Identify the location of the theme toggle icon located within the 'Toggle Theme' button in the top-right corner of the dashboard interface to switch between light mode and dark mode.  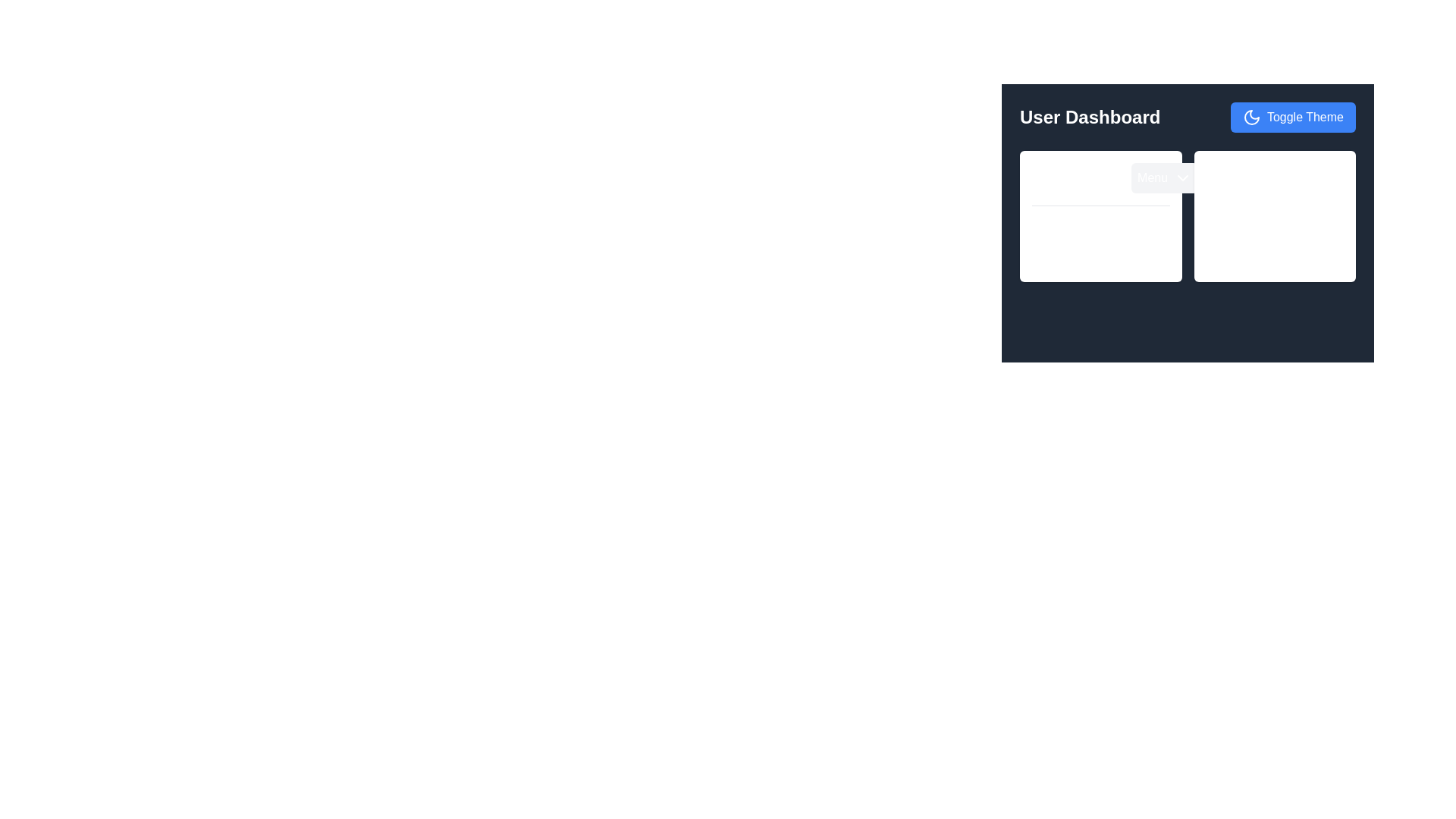
(1251, 116).